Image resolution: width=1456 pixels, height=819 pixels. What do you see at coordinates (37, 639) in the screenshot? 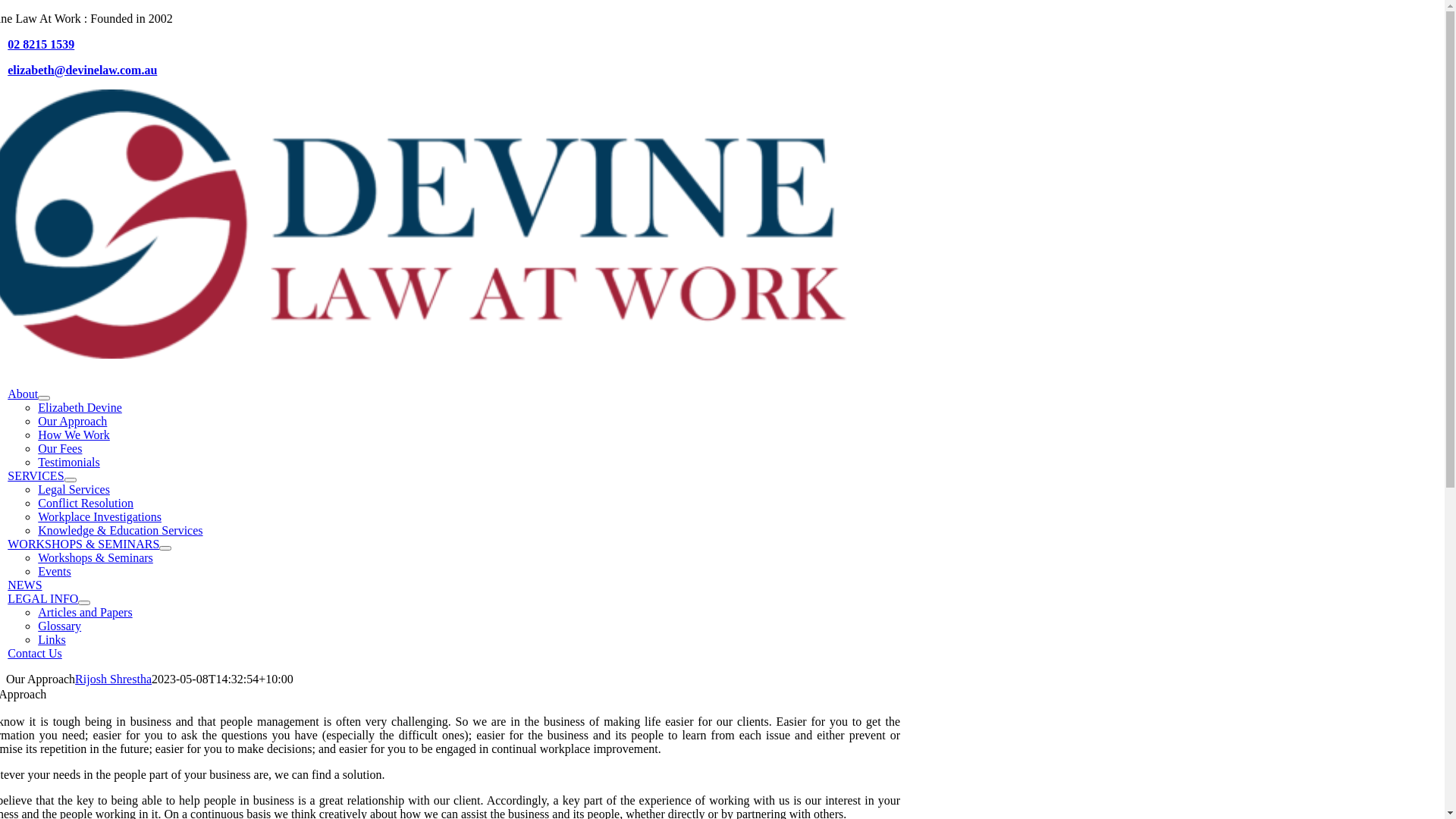
I see `'Links'` at bounding box center [37, 639].